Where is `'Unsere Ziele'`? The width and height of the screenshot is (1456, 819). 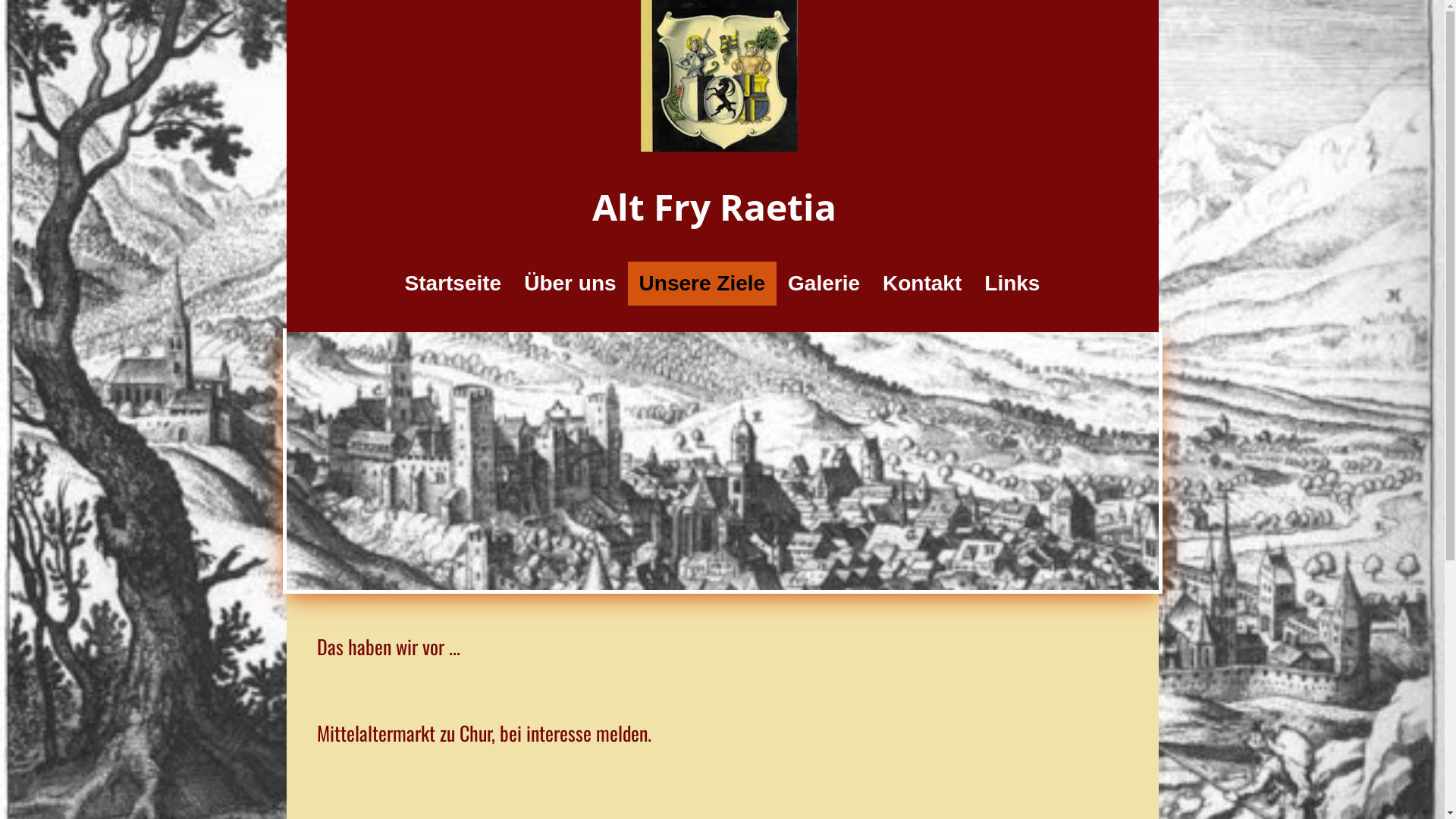
'Unsere Ziele' is located at coordinates (701, 284).